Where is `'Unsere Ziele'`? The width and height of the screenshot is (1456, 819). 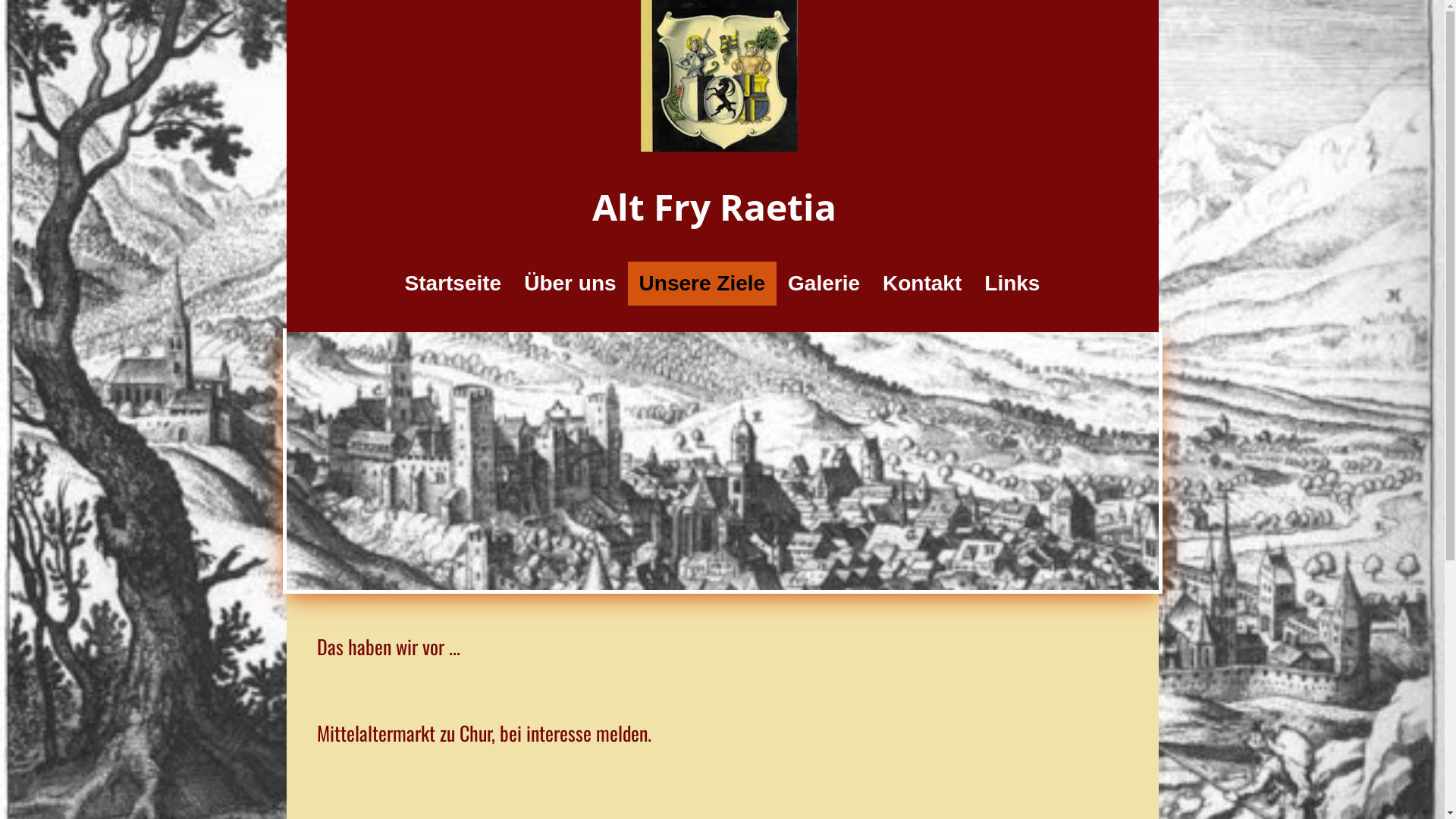
'Unsere Ziele' is located at coordinates (701, 284).